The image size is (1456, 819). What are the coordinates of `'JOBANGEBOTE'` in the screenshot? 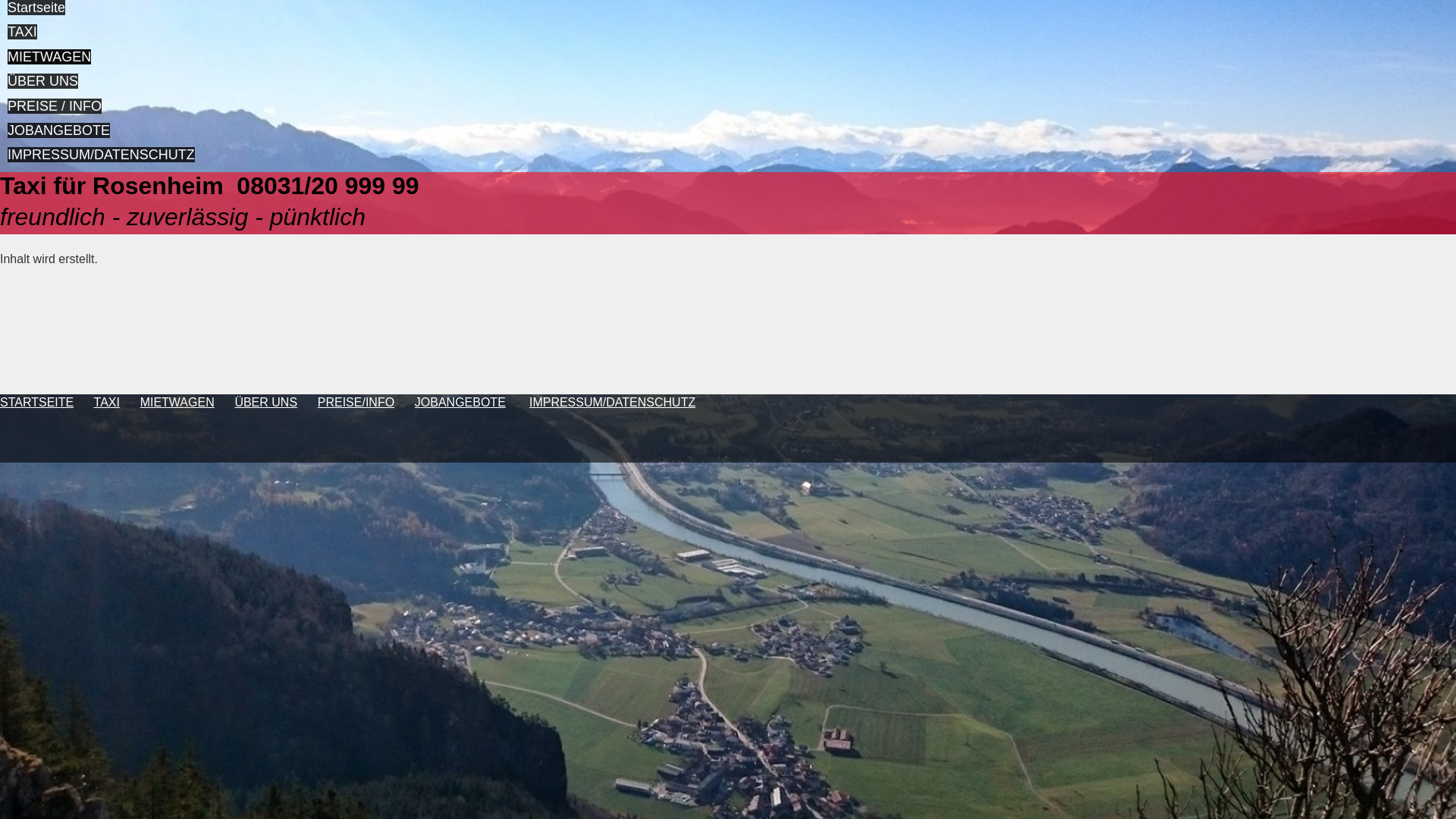 It's located at (58, 130).